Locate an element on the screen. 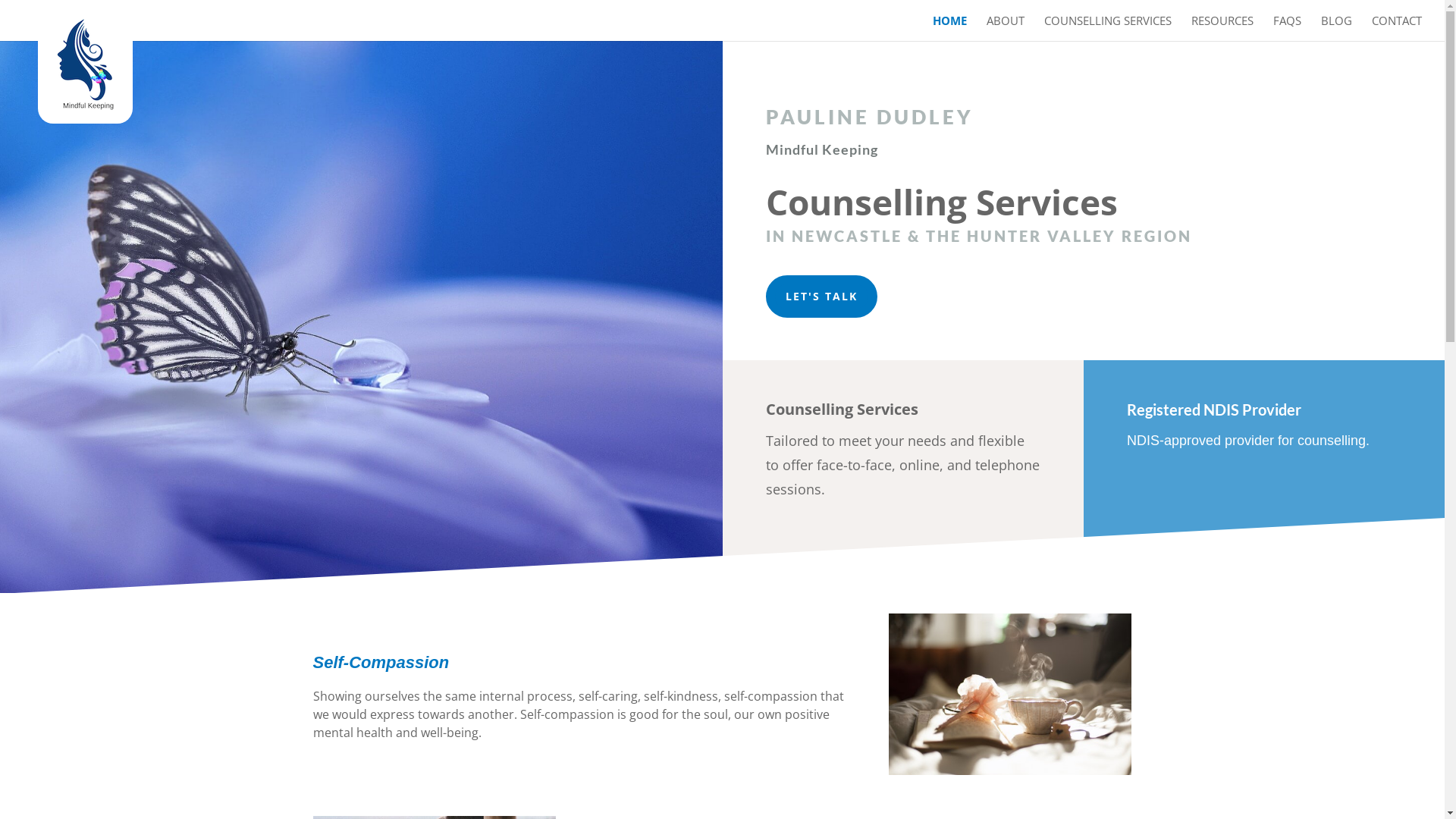 The height and width of the screenshot is (819, 1456). 'RESOURCES' is located at coordinates (1222, 28).